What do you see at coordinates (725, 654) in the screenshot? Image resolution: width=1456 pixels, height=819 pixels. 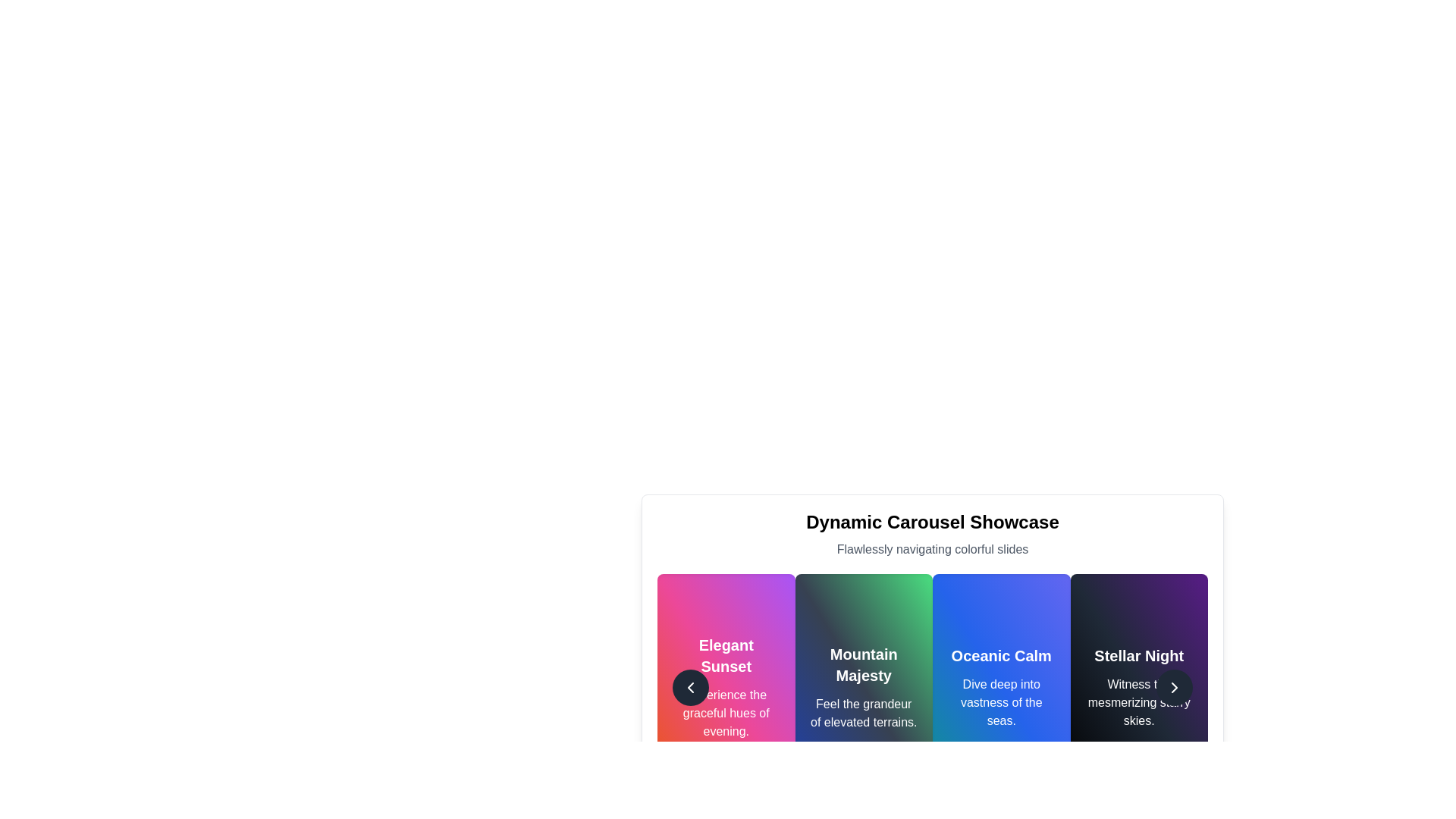 I see `the title Text label of the first card in the carousel, which describes the main theme of the card content` at bounding box center [725, 654].